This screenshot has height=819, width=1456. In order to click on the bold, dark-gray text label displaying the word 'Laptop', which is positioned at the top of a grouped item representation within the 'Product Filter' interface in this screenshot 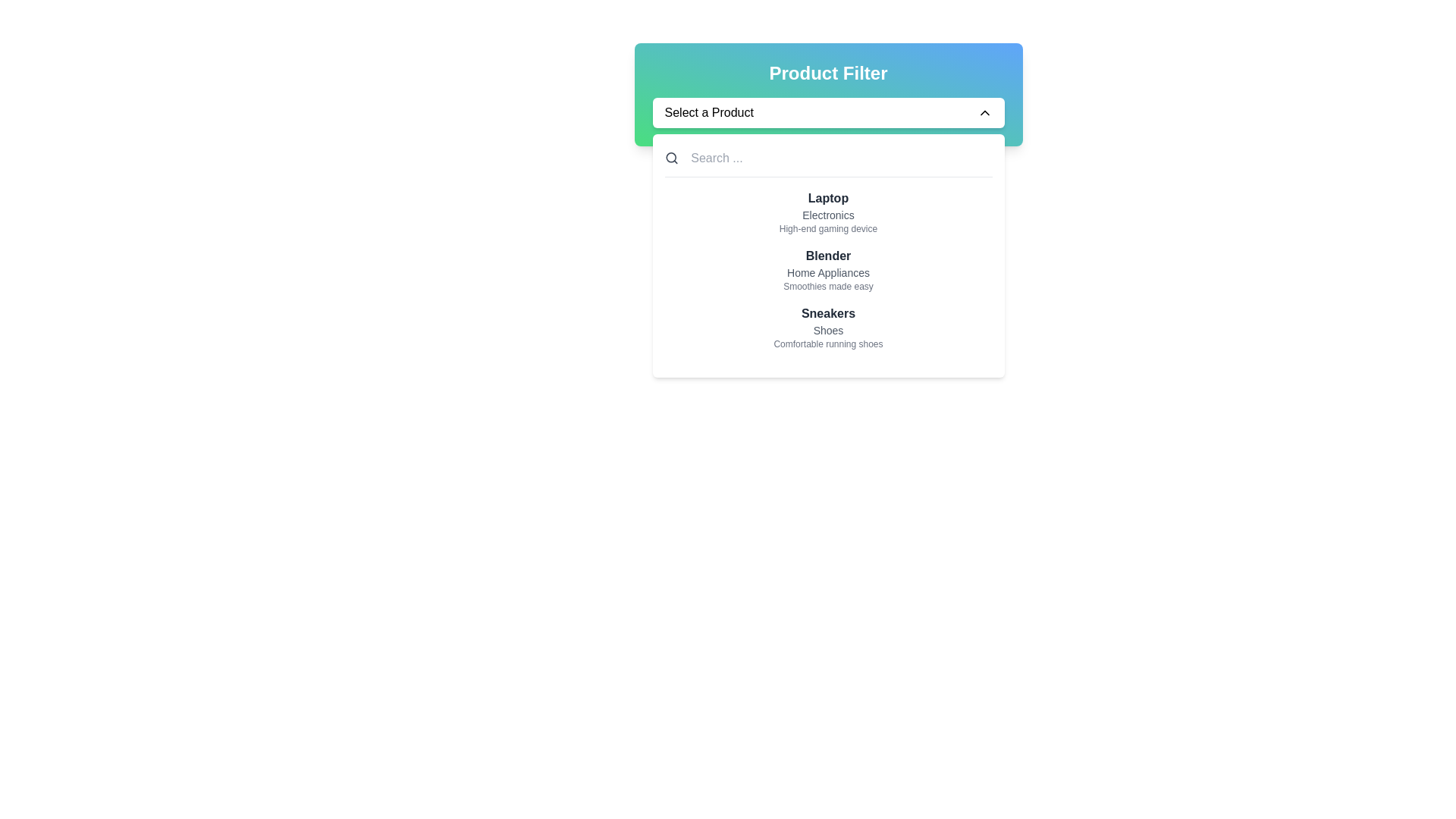, I will do `click(827, 198)`.